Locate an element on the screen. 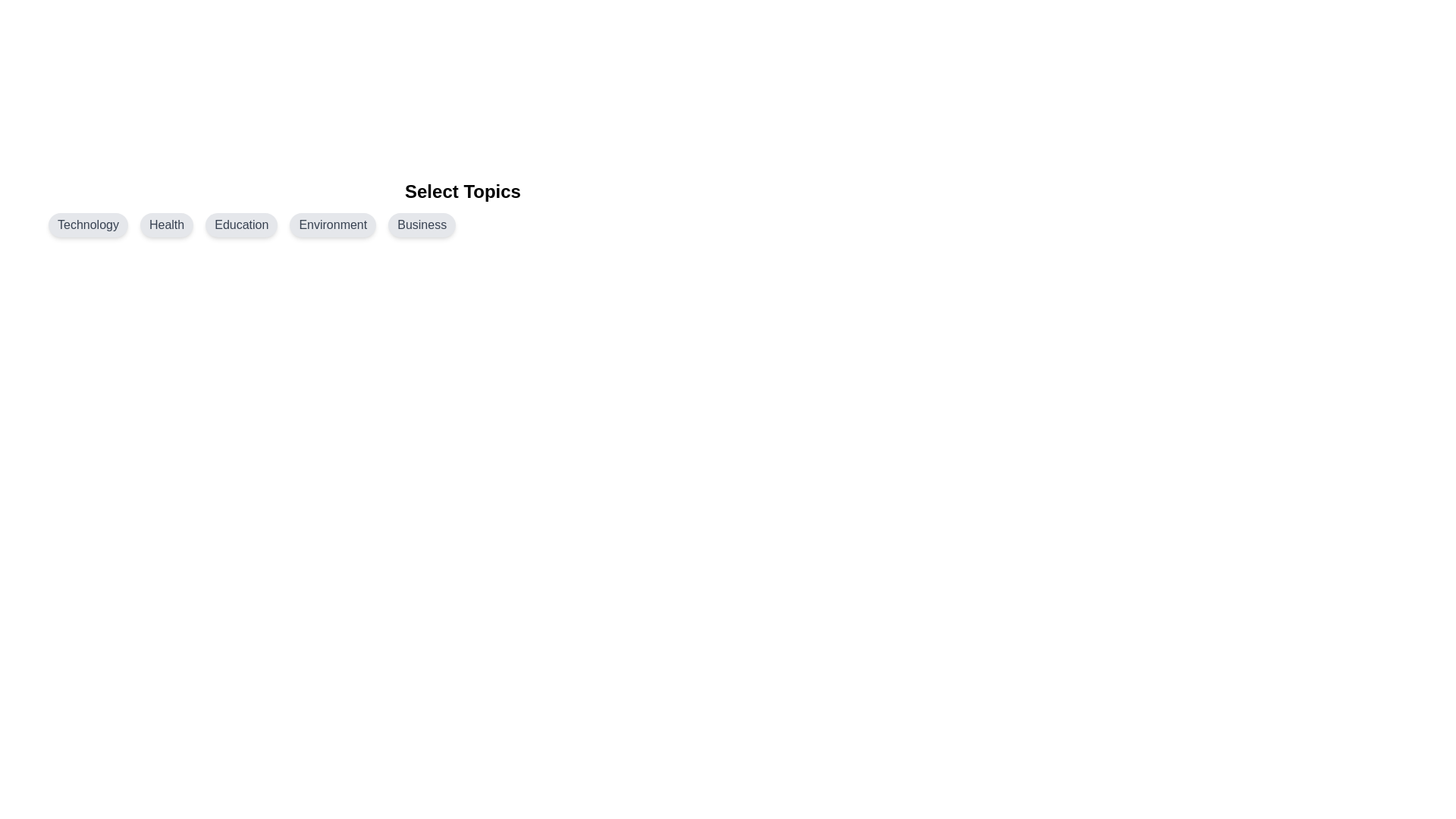 The height and width of the screenshot is (819, 1456). the topic chip labeled Health by clicking on it is located at coordinates (167, 225).